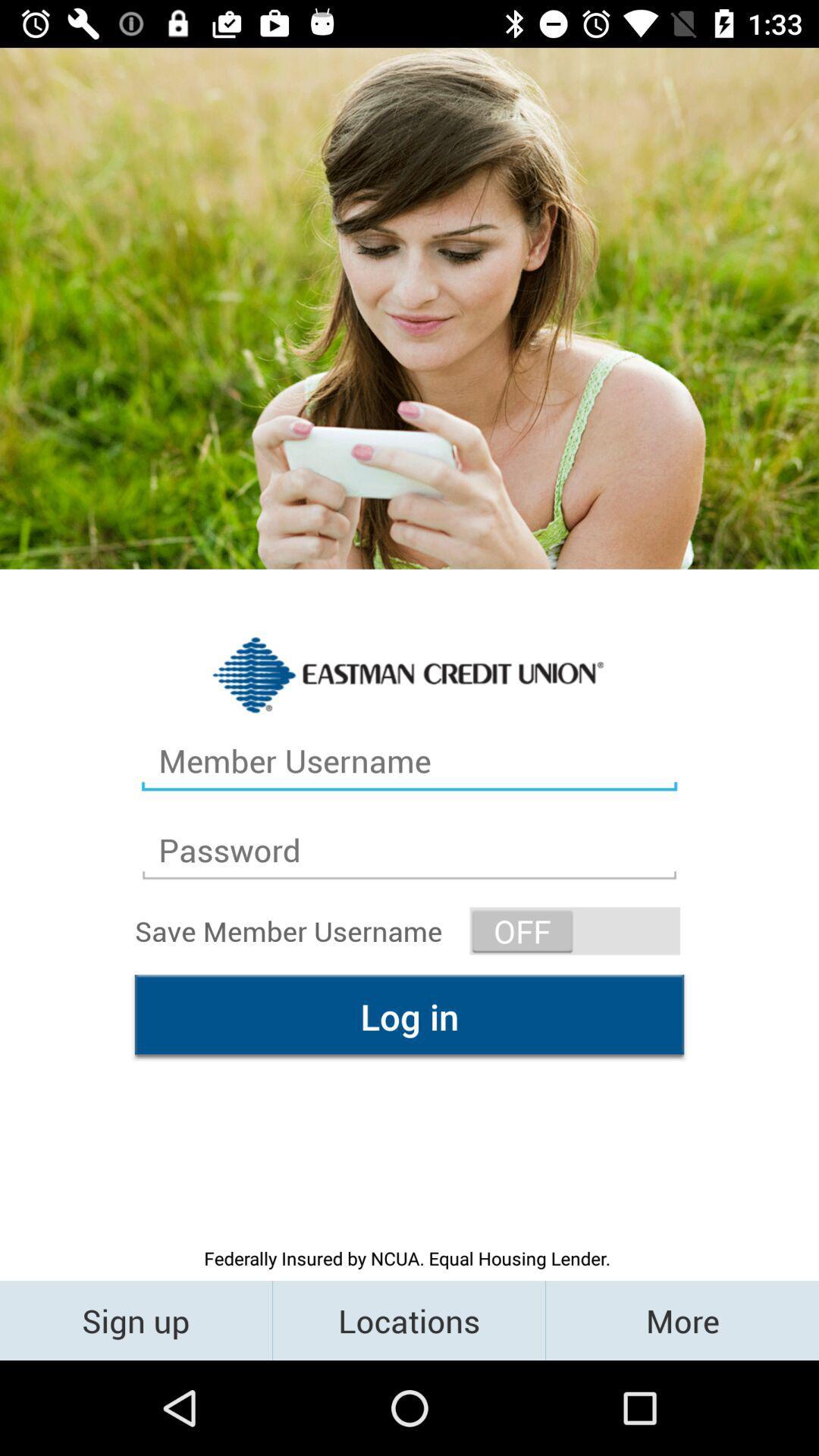 The height and width of the screenshot is (1456, 819). Describe the element at coordinates (135, 1319) in the screenshot. I see `sign up` at that location.